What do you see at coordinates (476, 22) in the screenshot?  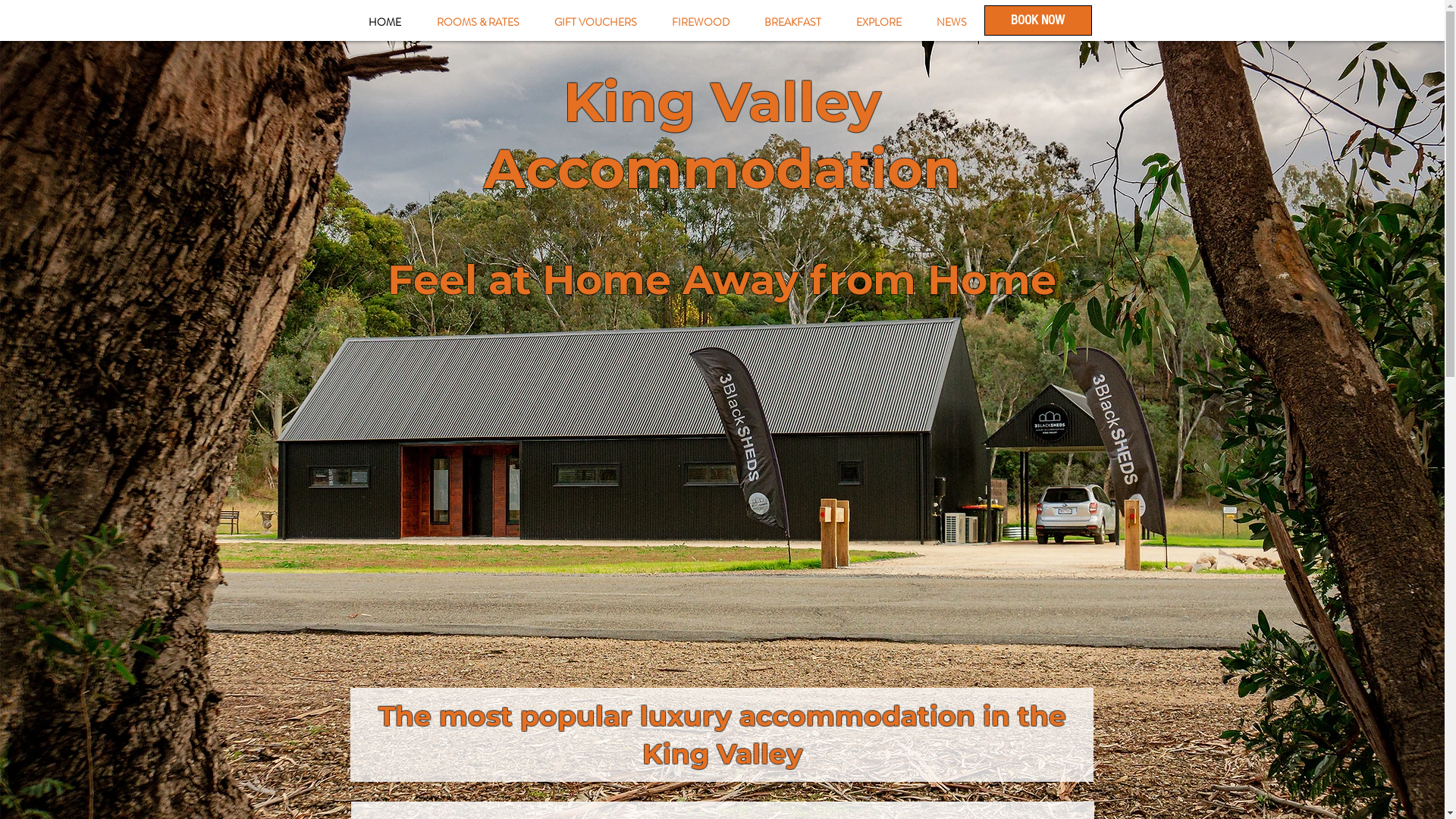 I see `'ROOMS & RATES'` at bounding box center [476, 22].